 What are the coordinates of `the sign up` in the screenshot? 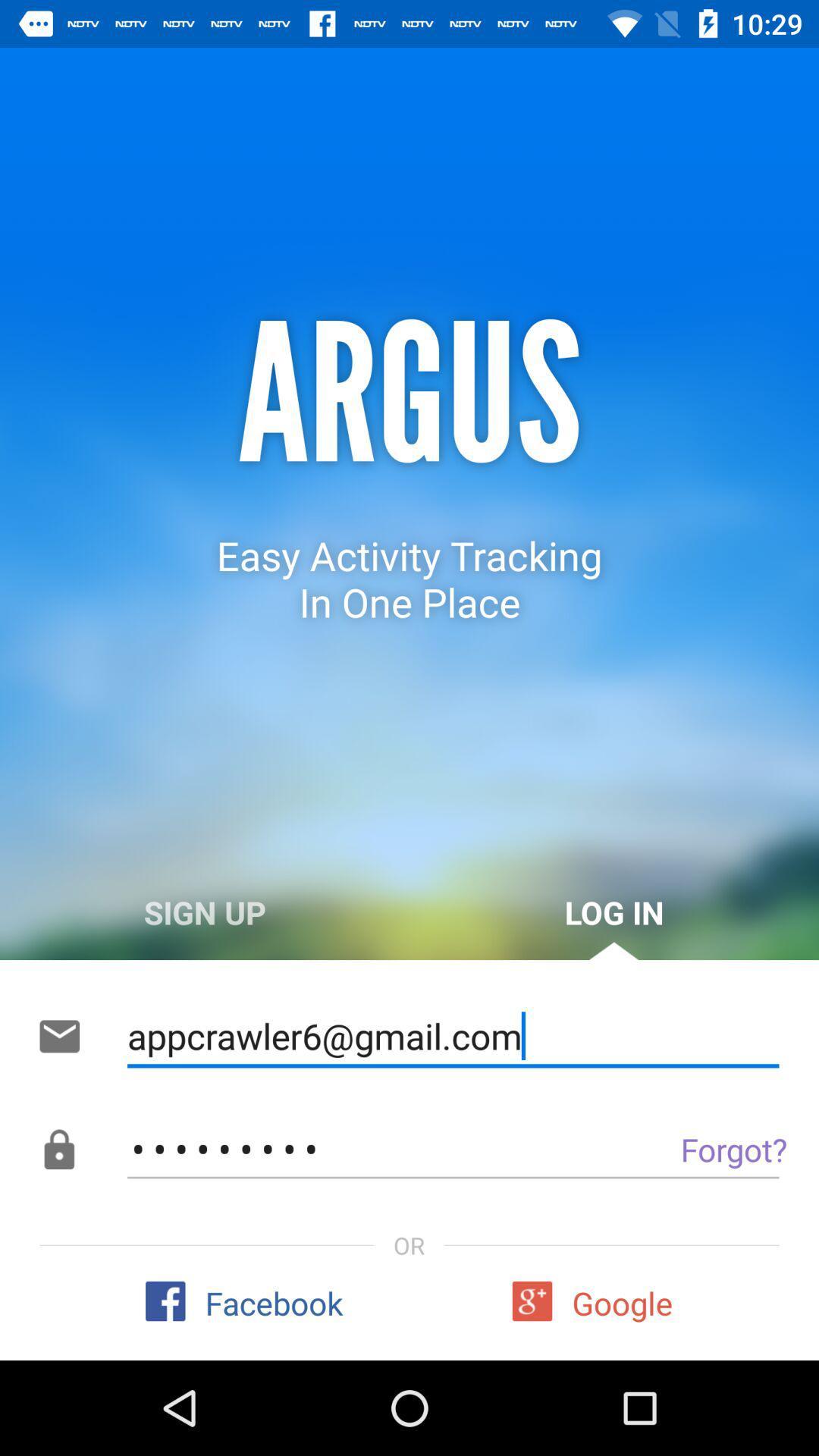 It's located at (205, 912).